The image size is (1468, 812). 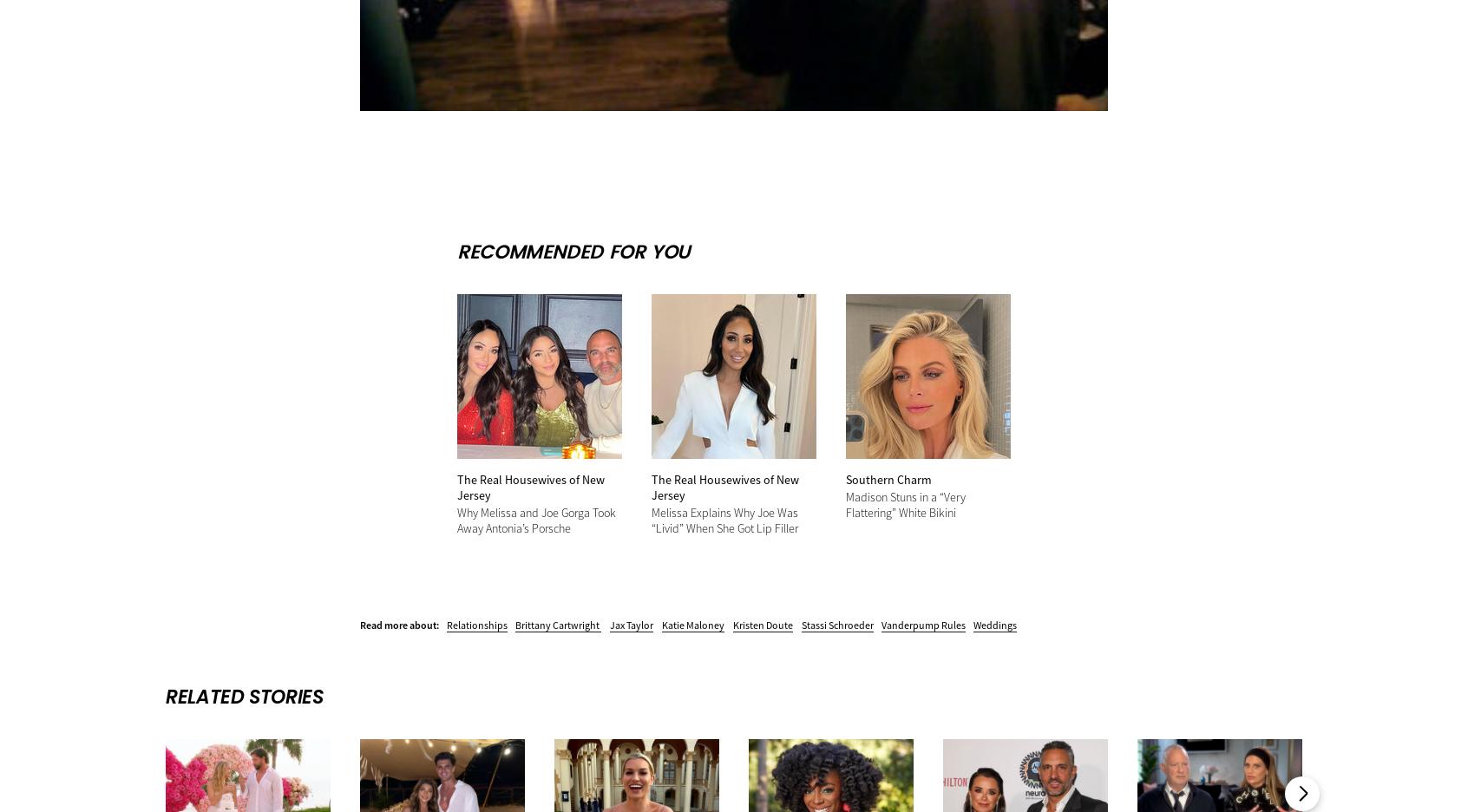 What do you see at coordinates (558, 623) in the screenshot?
I see `'Brittany Cartwright'` at bounding box center [558, 623].